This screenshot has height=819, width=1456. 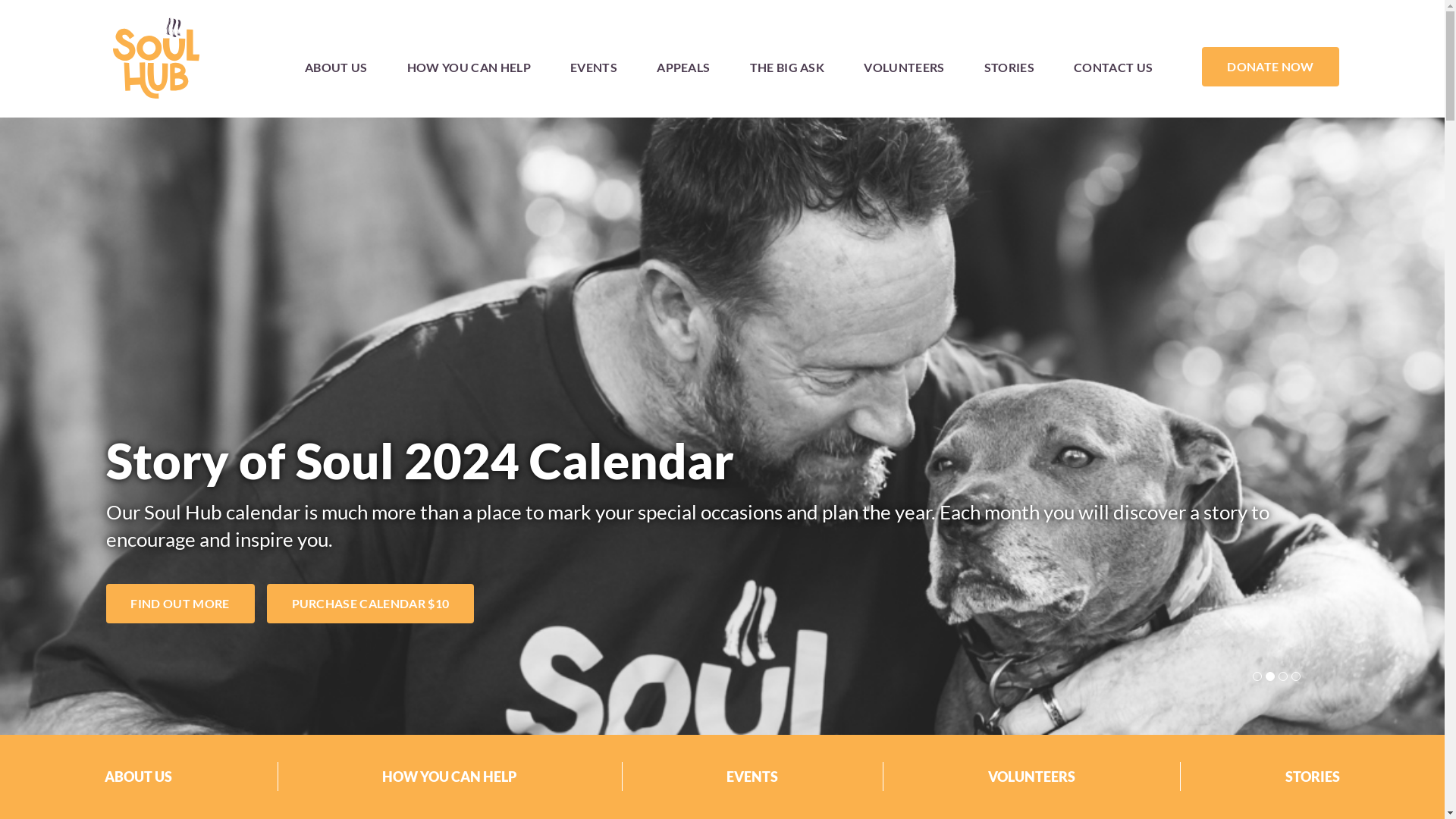 I want to click on 'Story of Soul 2024 Calendar', so click(x=419, y=459).